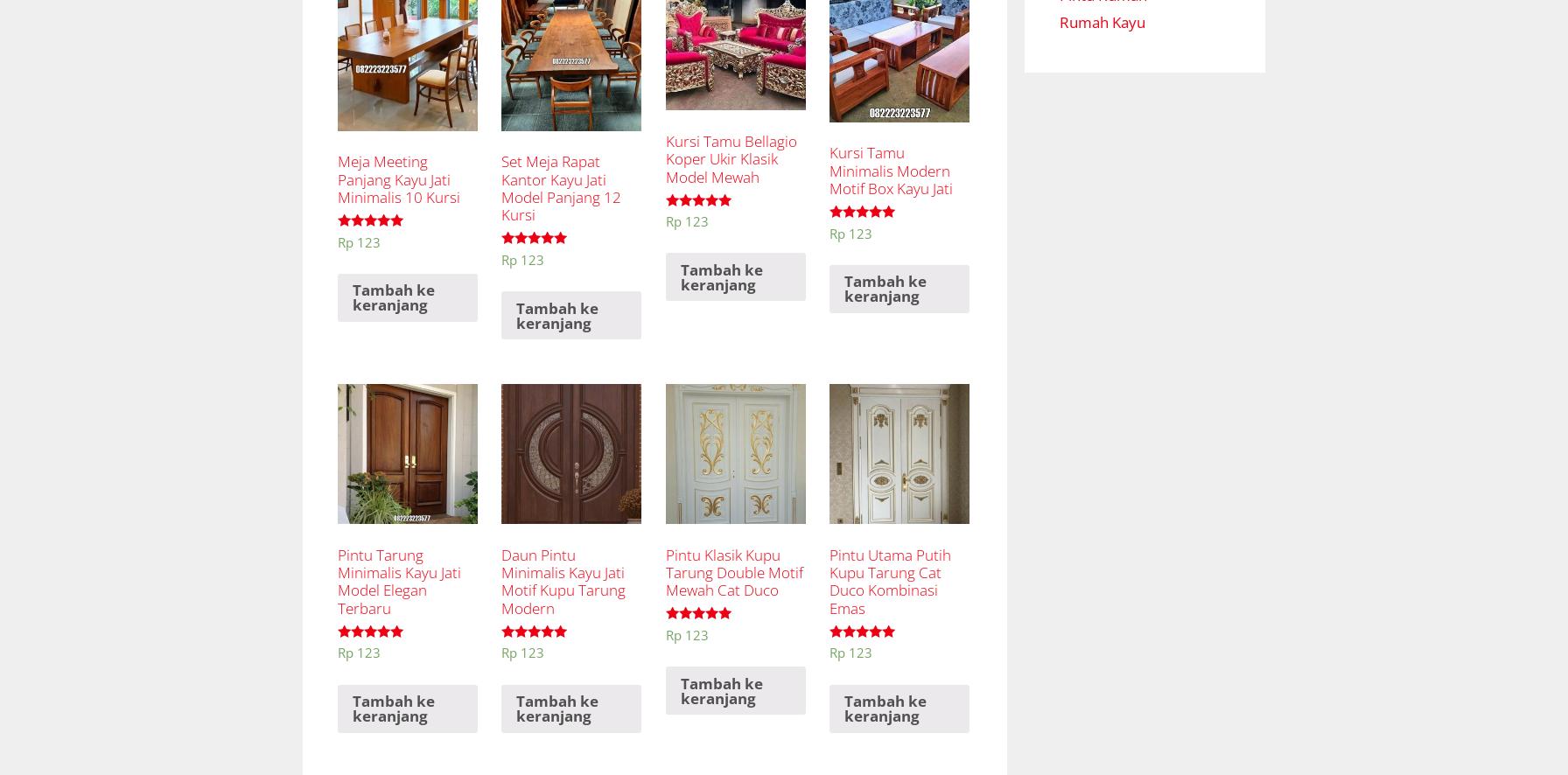 This screenshot has height=775, width=1568. What do you see at coordinates (563, 580) in the screenshot?
I see `'Daun Pintu Minimalis Kayu Jati Motif Kupu Tarung Modern'` at bounding box center [563, 580].